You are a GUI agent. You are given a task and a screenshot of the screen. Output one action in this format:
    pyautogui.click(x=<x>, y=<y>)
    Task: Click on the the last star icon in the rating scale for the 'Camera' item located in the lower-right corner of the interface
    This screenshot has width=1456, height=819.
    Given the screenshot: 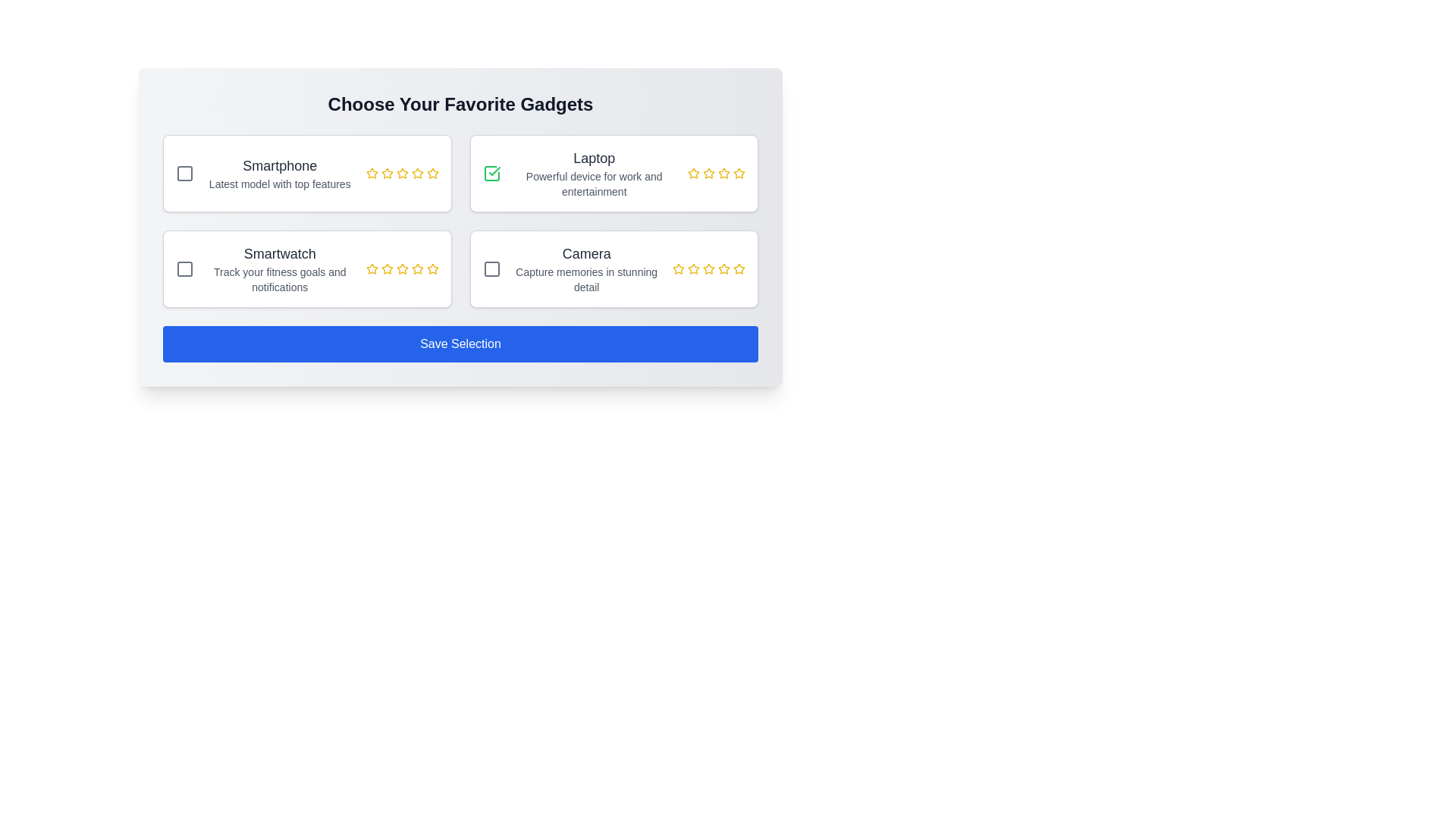 What is the action you would take?
    pyautogui.click(x=739, y=268)
    